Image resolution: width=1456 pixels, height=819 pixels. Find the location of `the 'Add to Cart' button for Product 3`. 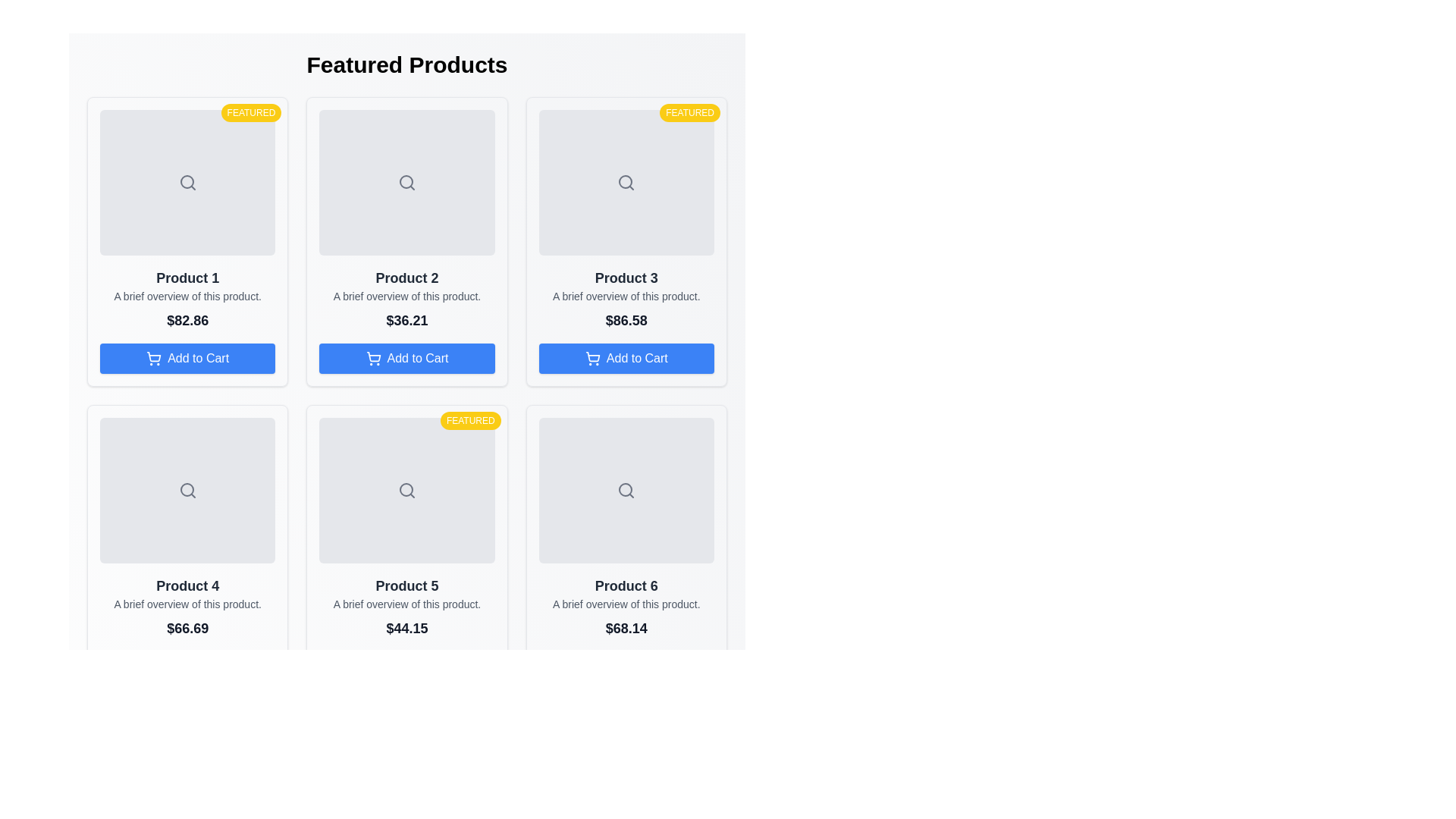

the 'Add to Cart' button for Product 3 is located at coordinates (626, 359).